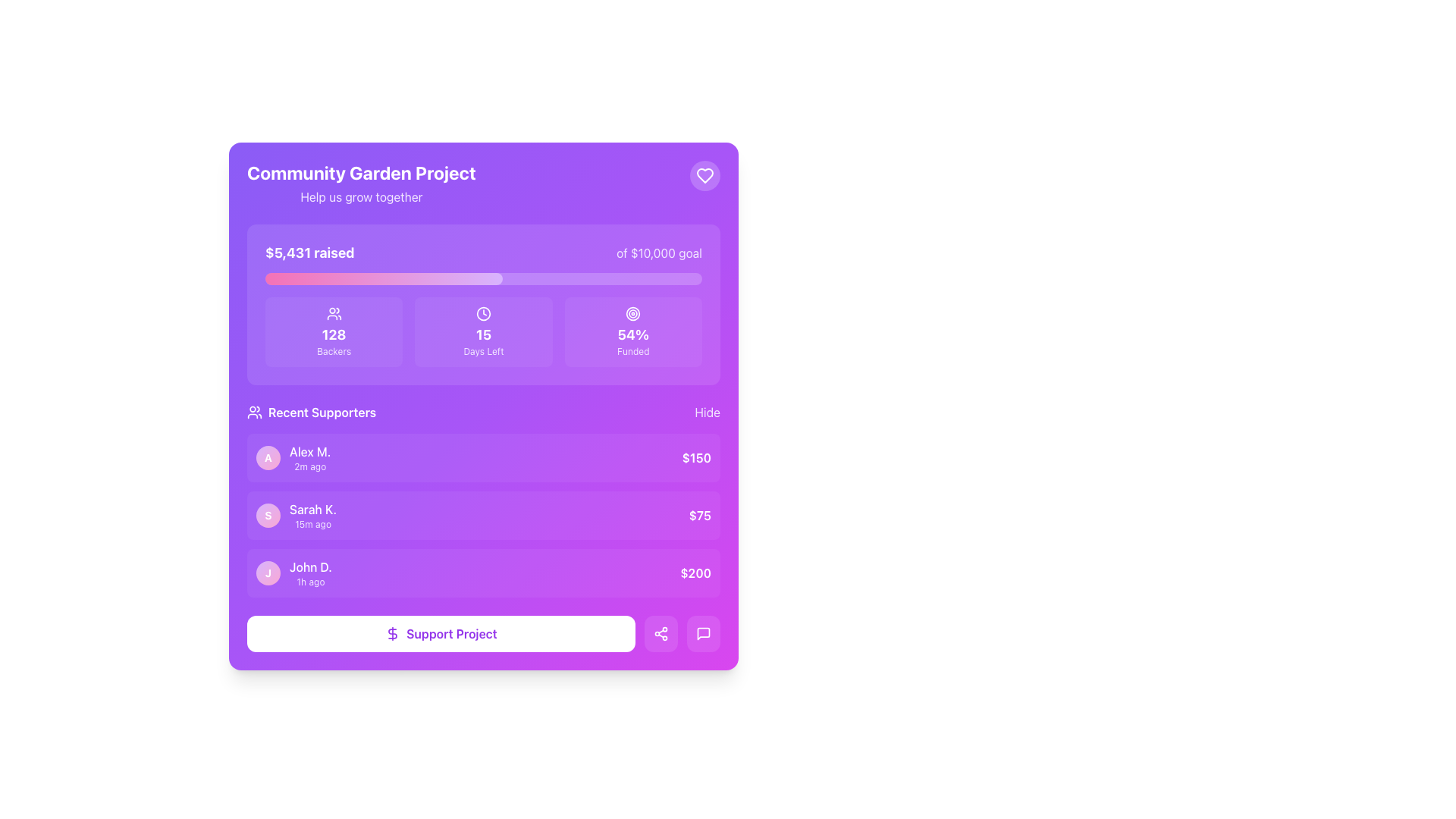 This screenshot has height=819, width=1456. Describe the element at coordinates (633, 331) in the screenshot. I see `the Informational card displaying '54%' and 'Funded', which is located in the third column of a grid layout, positioned near the top of the window` at that location.